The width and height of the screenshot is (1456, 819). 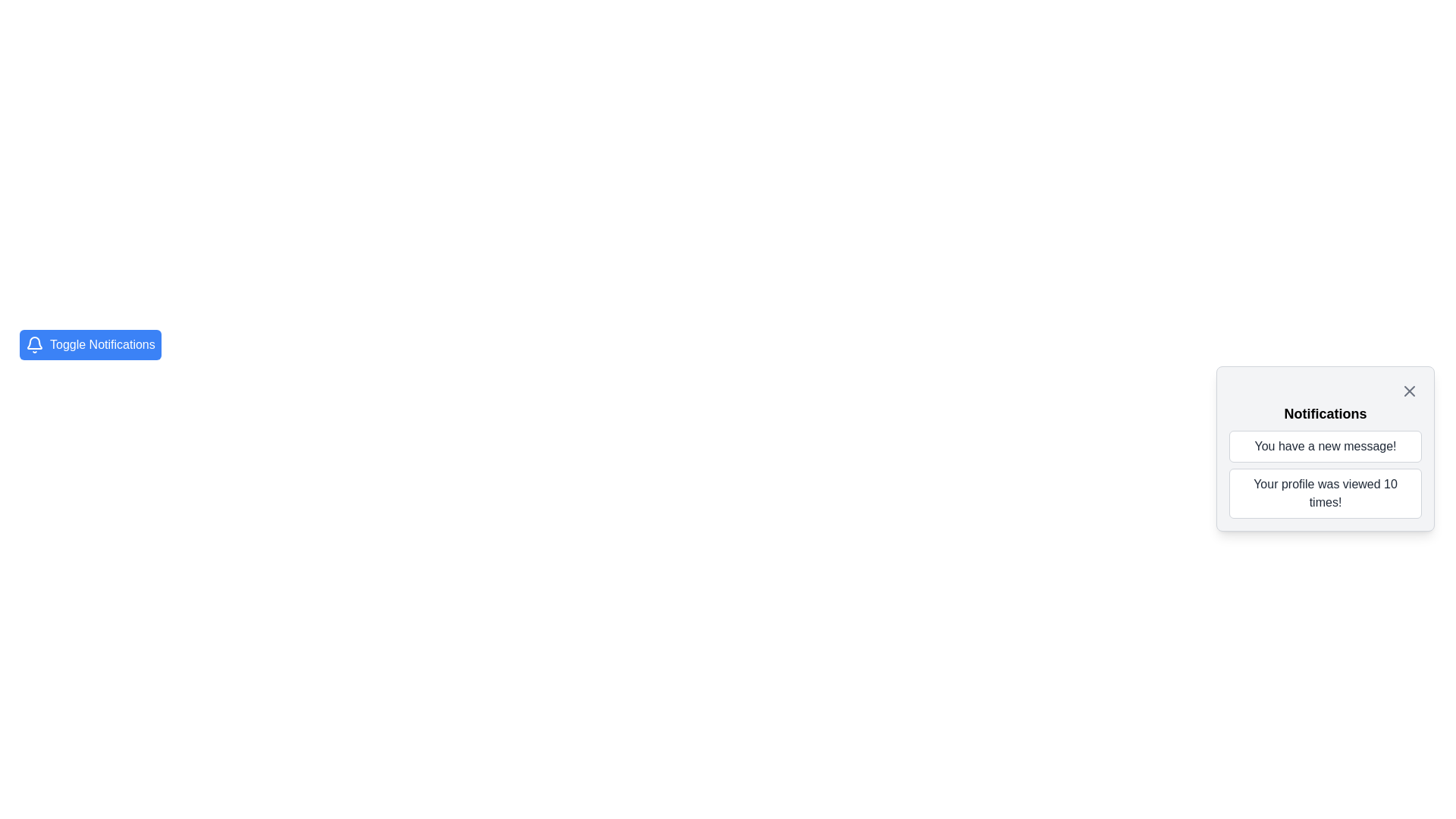 I want to click on the static text notification box that displays the message 'You have a new message!' located in the top-right corner of the notification modal, so click(x=1324, y=446).